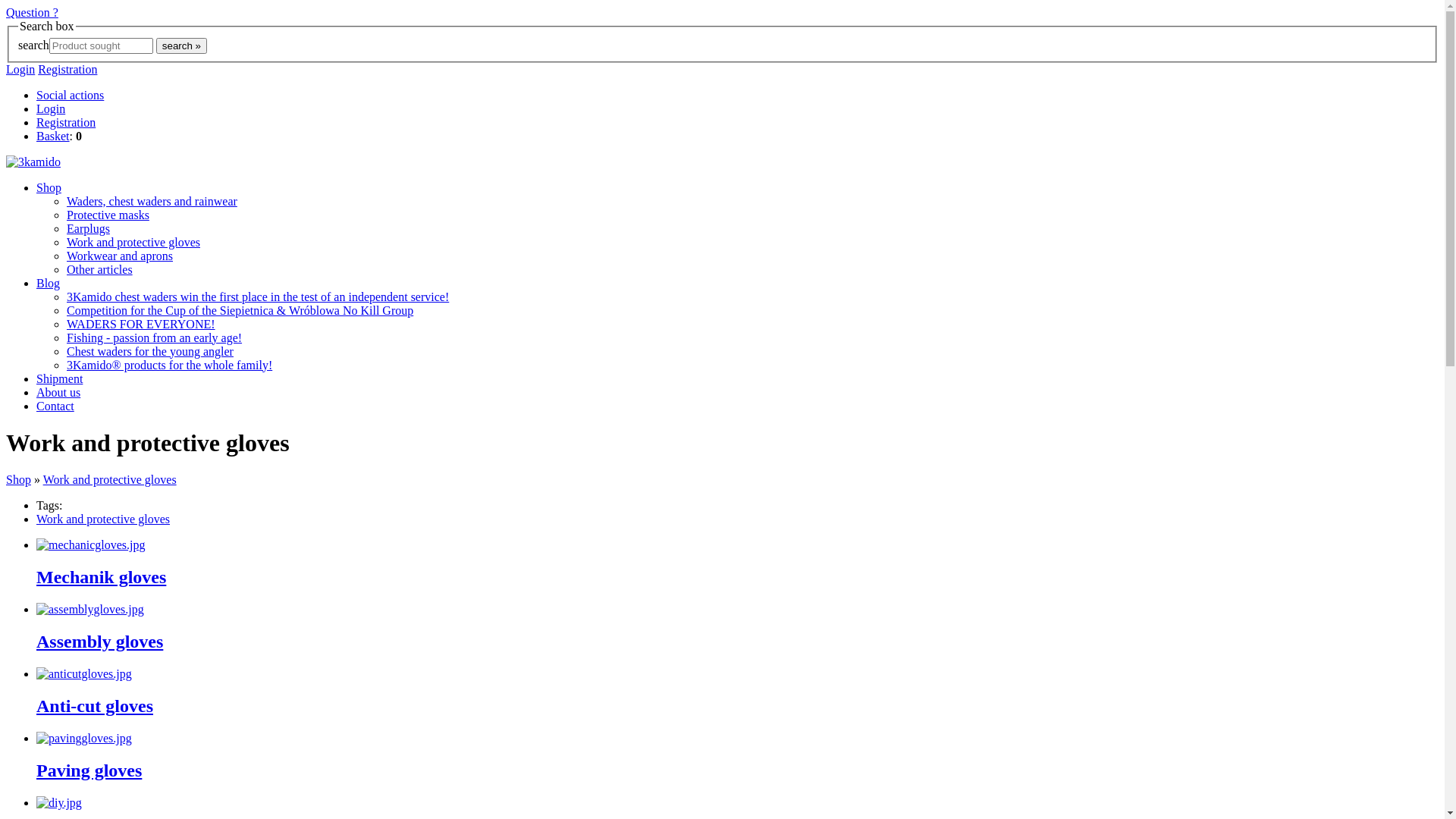 The width and height of the screenshot is (1456, 819). I want to click on 'Earplugs', so click(87, 228).